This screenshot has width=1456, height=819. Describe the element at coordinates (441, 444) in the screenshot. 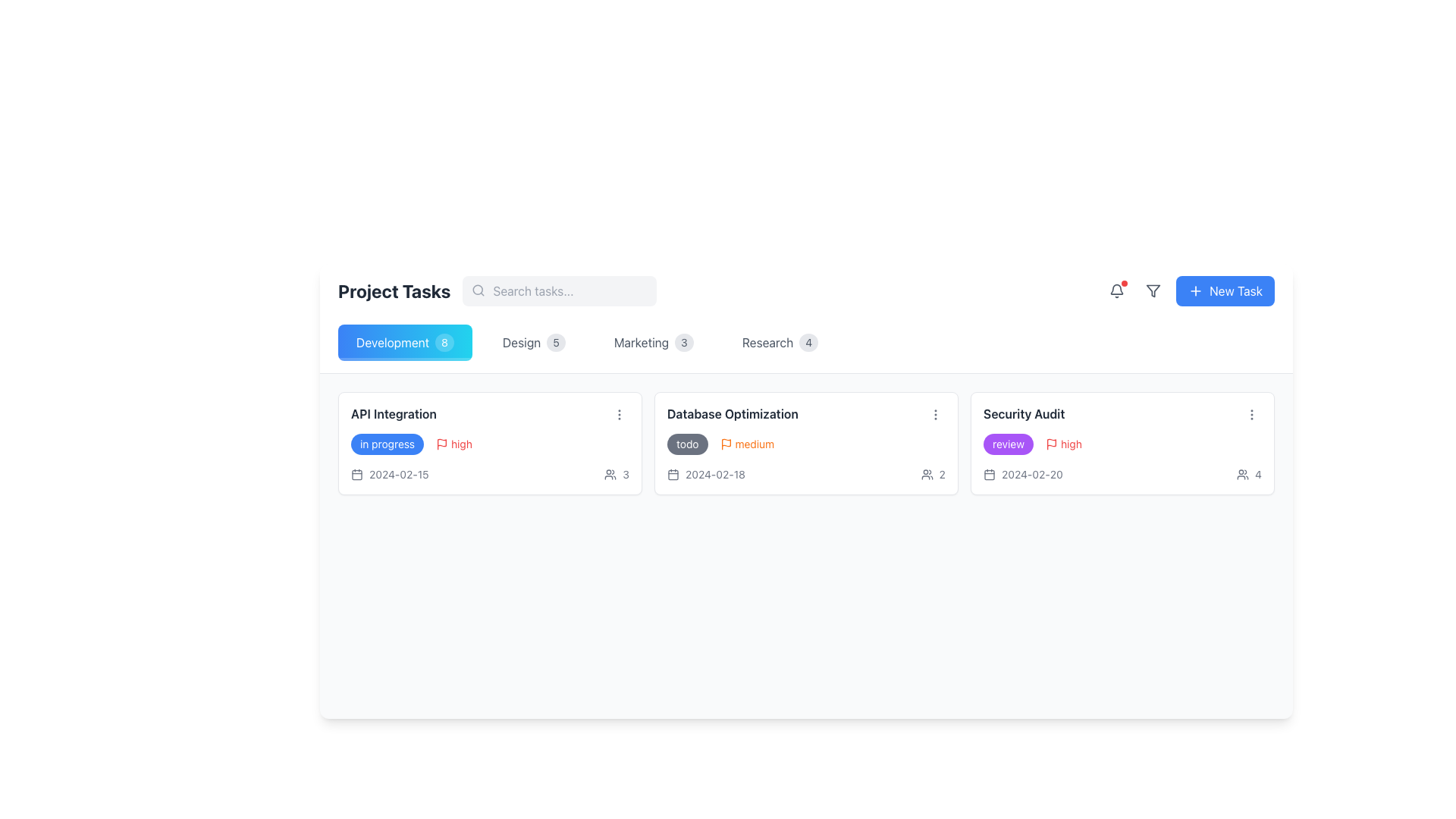

I see `the red outlined flag icon next to the 'high' label within the task card for 'API Integration'` at that location.